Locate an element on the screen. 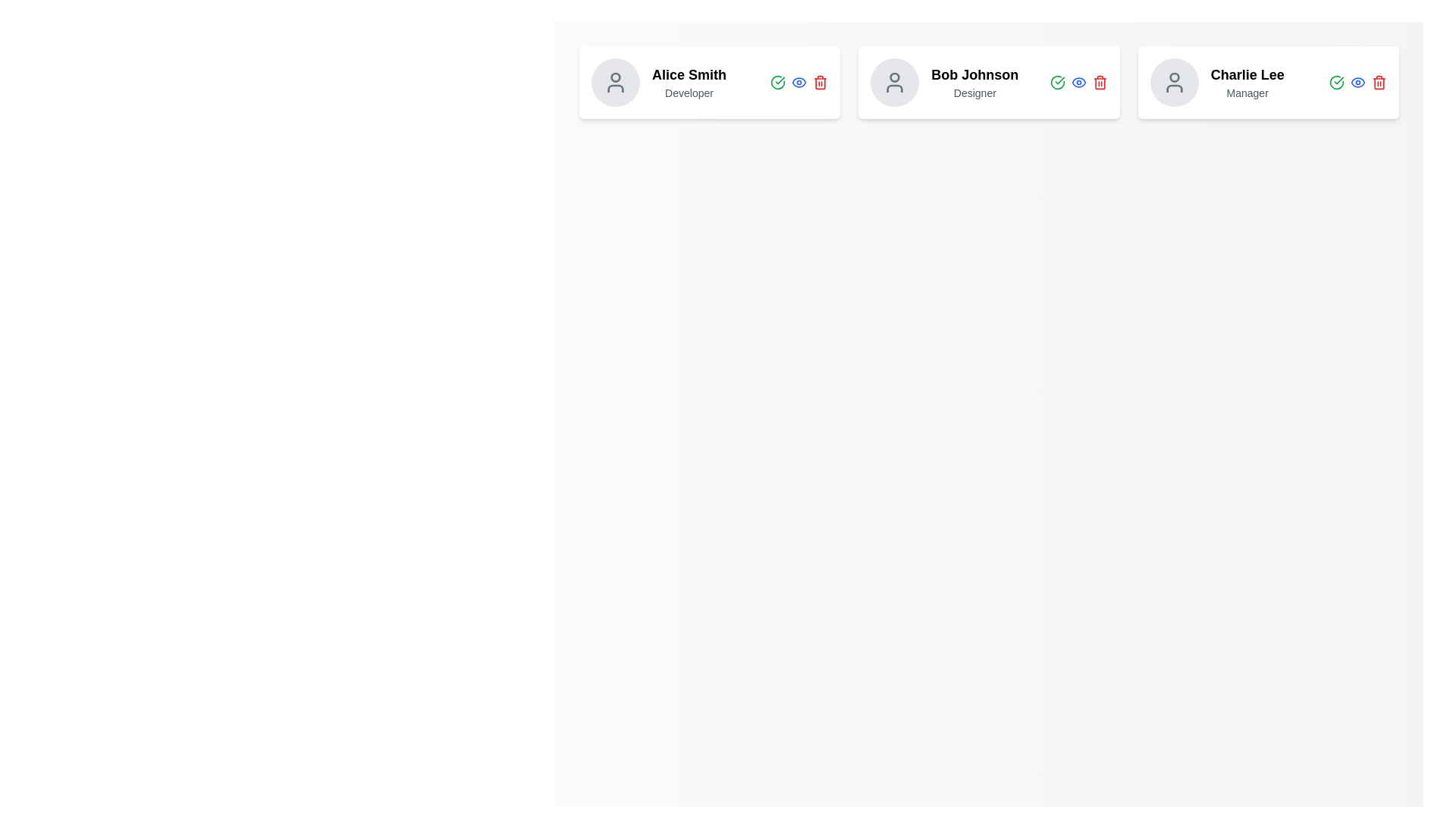 Image resolution: width=1456 pixels, height=819 pixels. the text label 'Charlie Lee', which is displayed prominently in bold at the top center of the interface card in the rightmost column is located at coordinates (1247, 75).